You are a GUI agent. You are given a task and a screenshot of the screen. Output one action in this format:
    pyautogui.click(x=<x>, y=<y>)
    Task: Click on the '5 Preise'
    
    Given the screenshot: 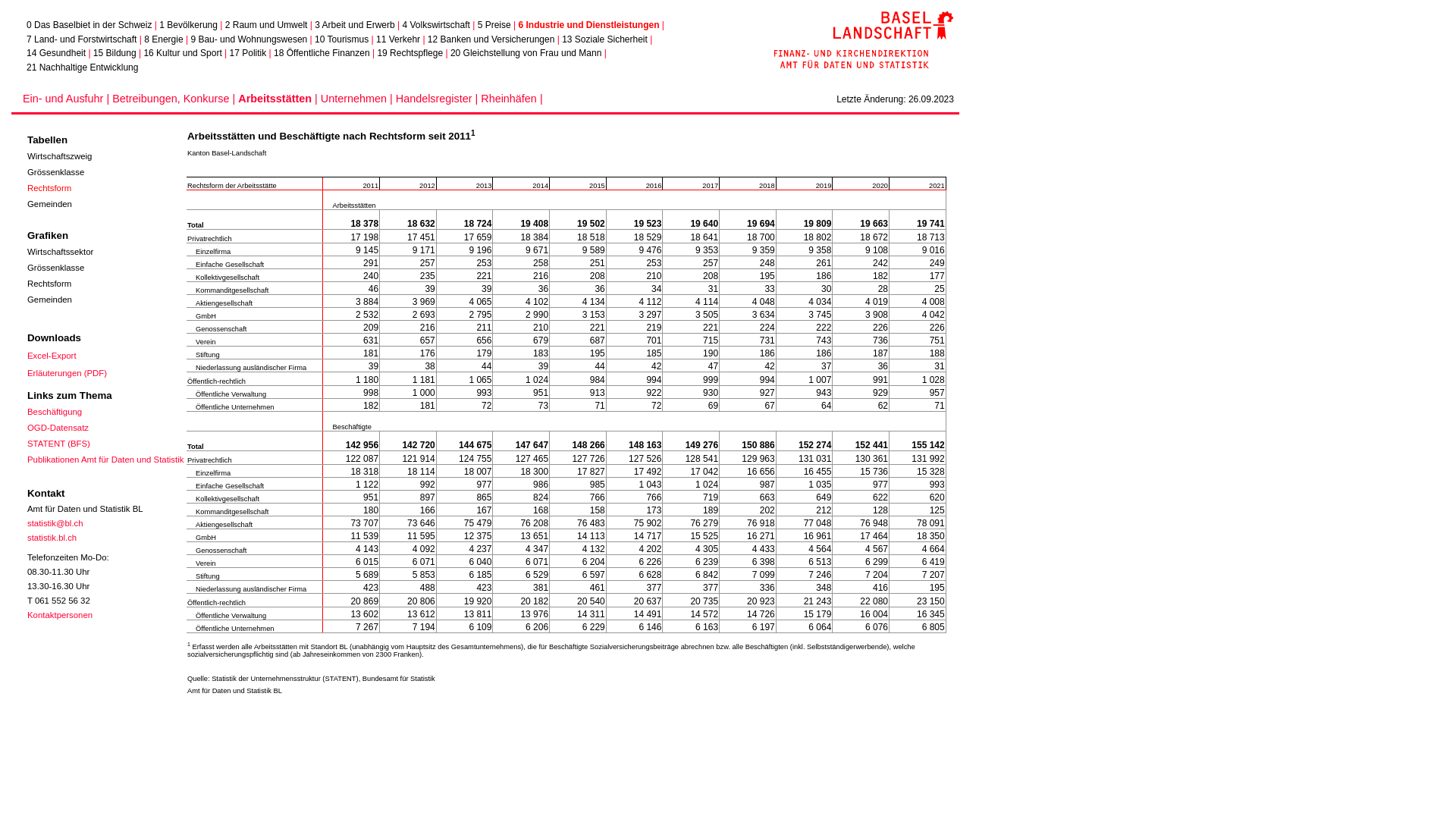 What is the action you would take?
    pyautogui.click(x=494, y=25)
    